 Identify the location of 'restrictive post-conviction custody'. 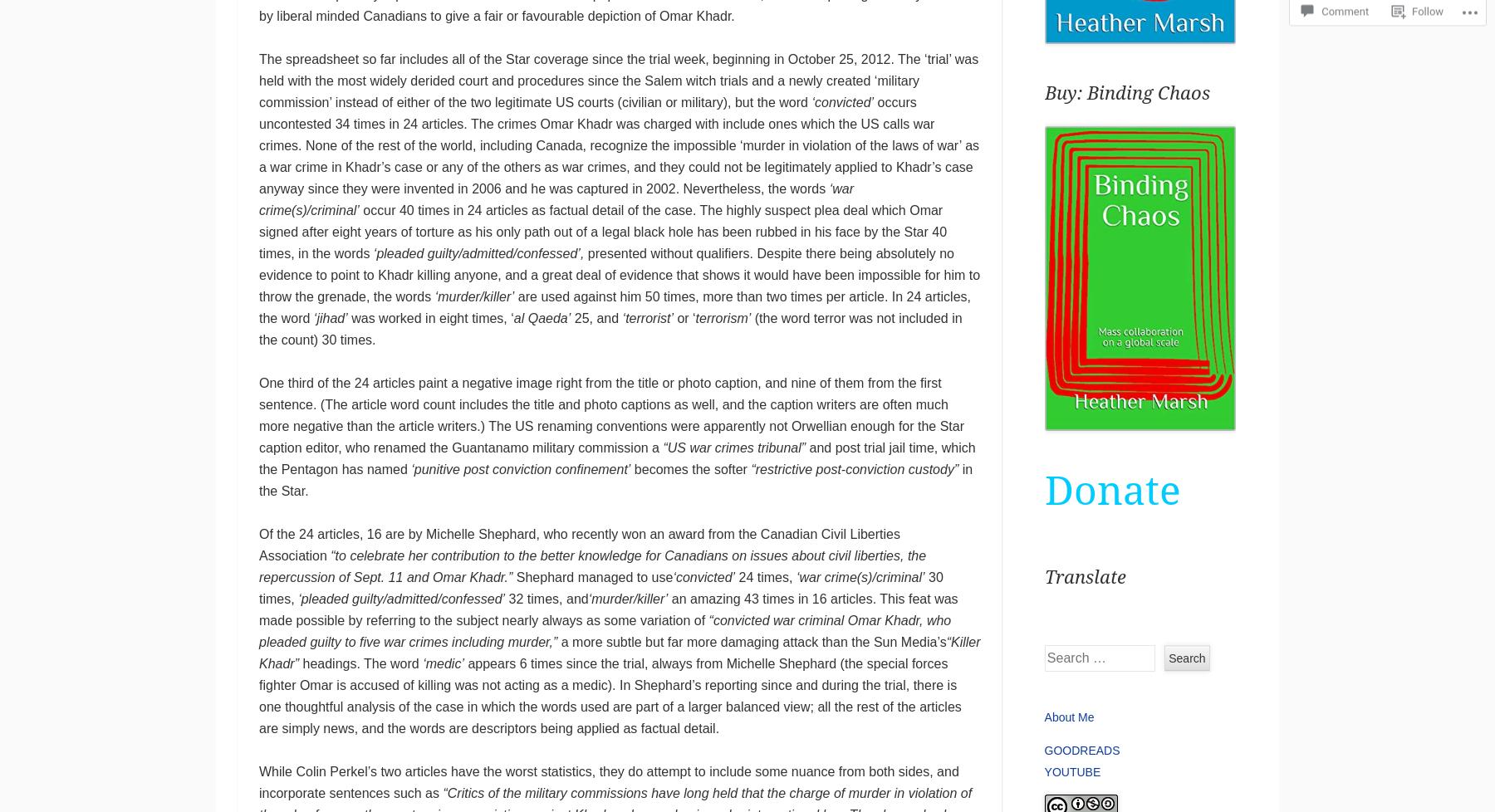
(854, 469).